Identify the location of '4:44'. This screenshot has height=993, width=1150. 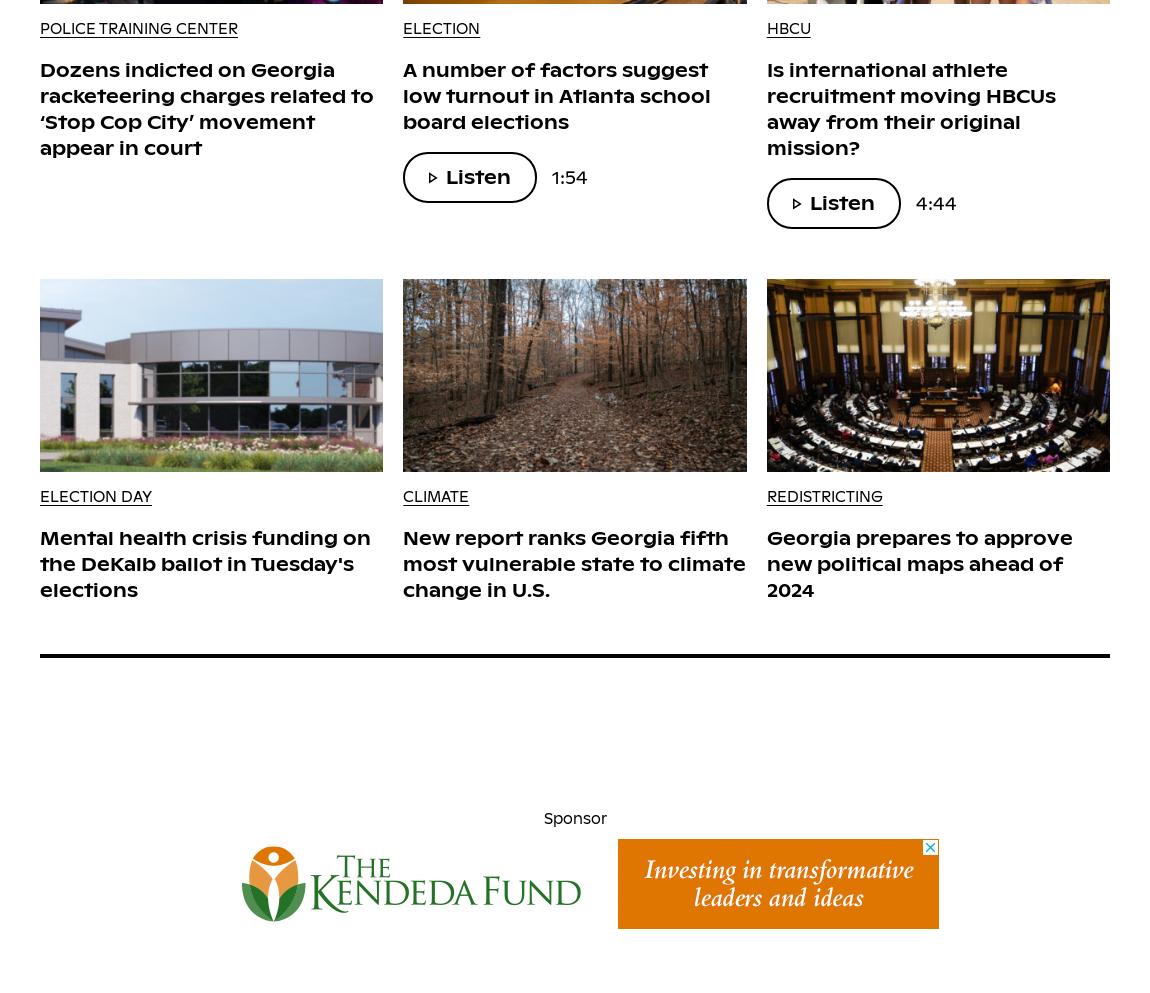
(935, 203).